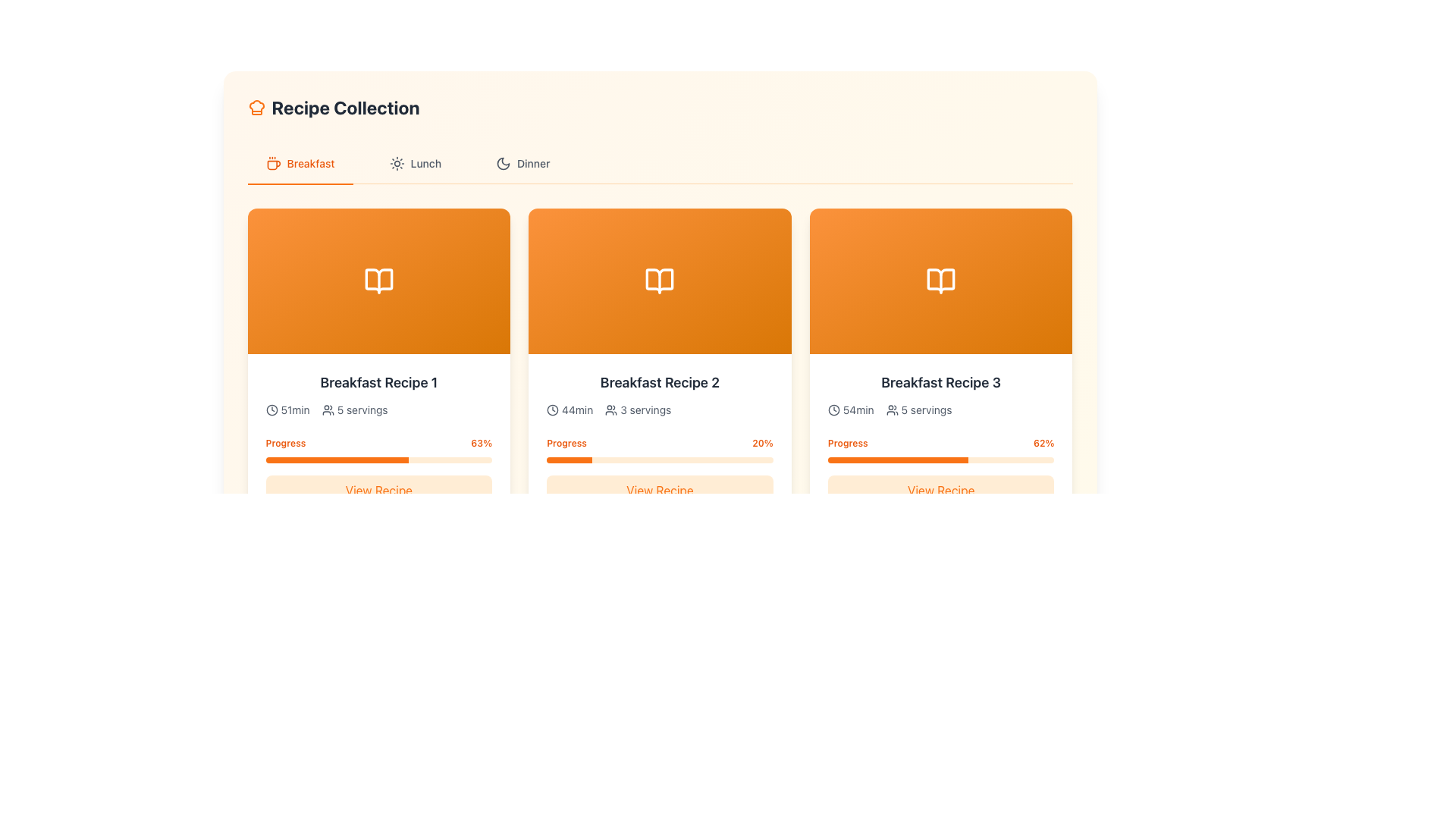  What do you see at coordinates (503, 164) in the screenshot?
I see `the moon icon associated with the 'Dinner' menu item in the navigation bar` at bounding box center [503, 164].